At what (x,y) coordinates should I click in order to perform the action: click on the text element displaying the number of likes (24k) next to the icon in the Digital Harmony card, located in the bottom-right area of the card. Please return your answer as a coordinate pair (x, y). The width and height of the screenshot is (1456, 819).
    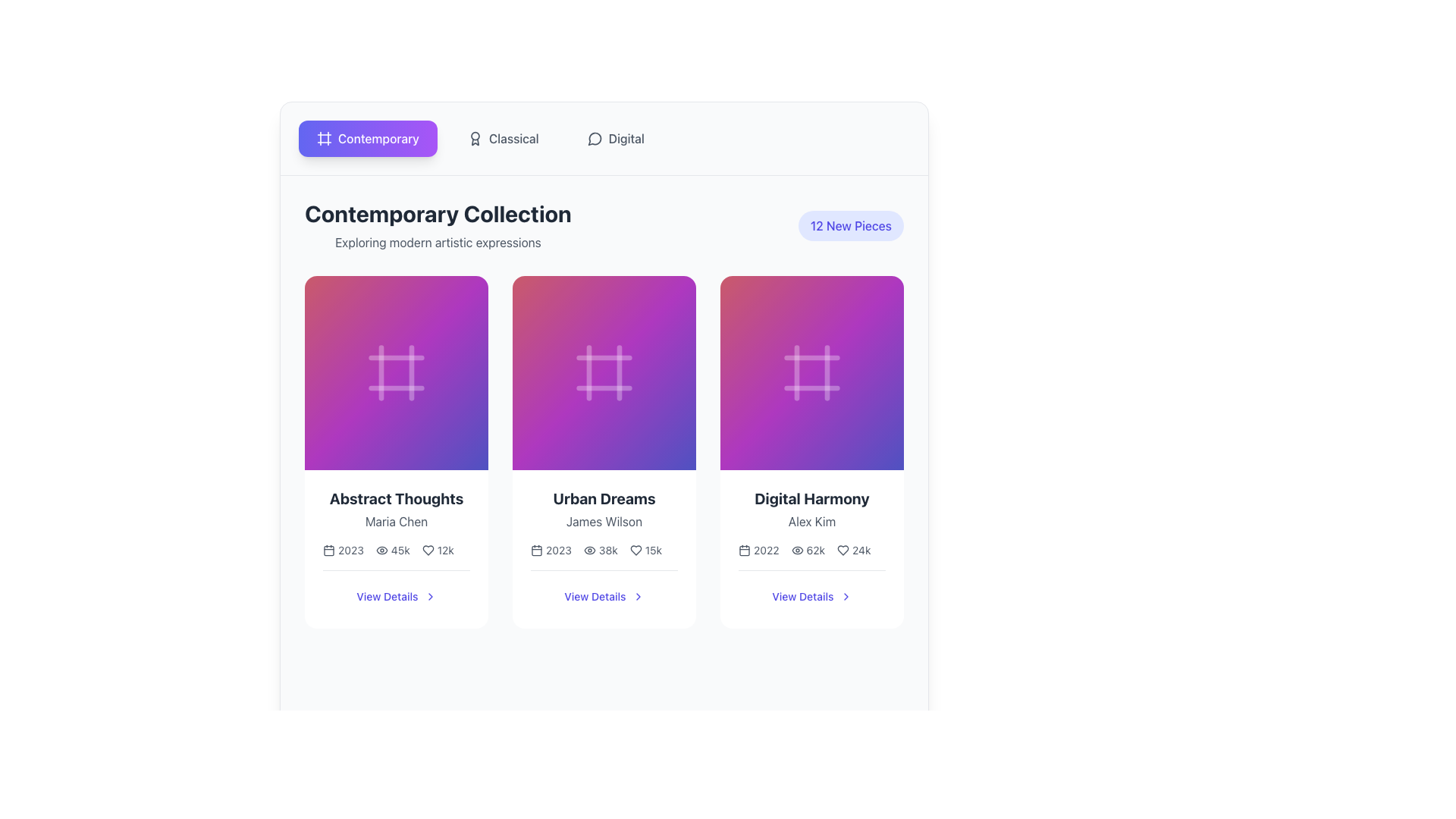
    Looking at the image, I should click on (854, 550).